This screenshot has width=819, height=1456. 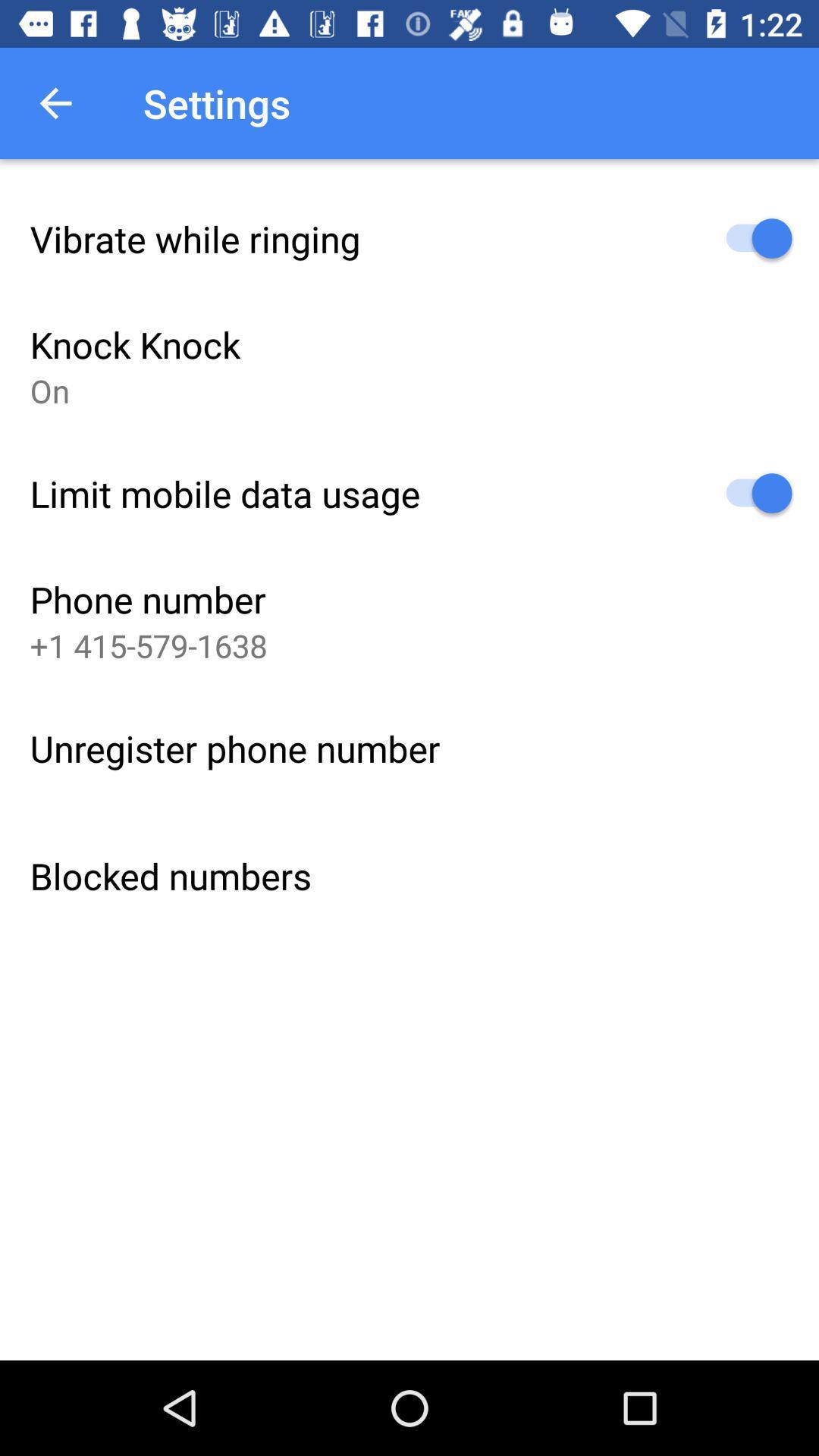 What do you see at coordinates (225, 494) in the screenshot?
I see `item above phone number item` at bounding box center [225, 494].